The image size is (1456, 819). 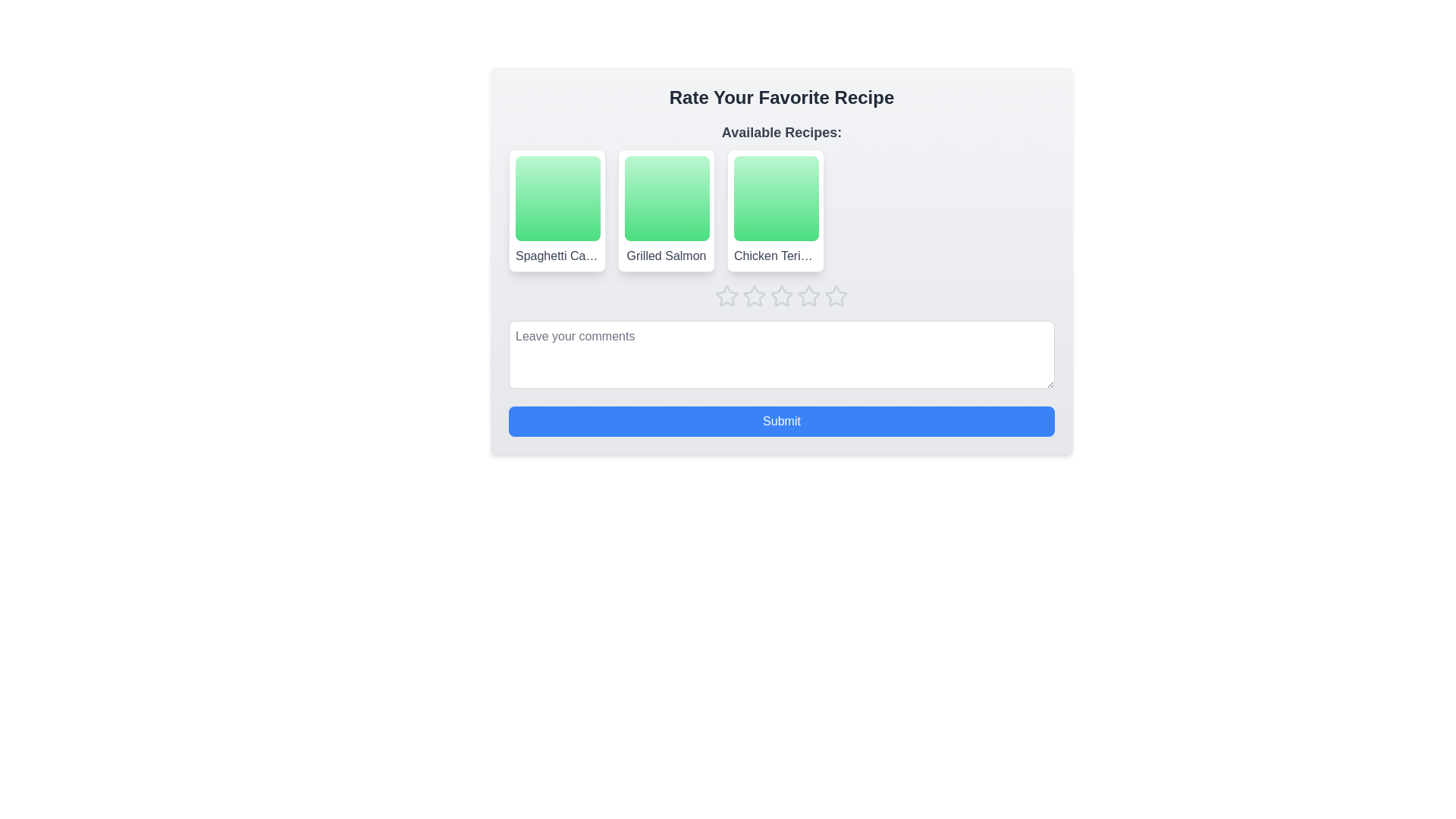 What do you see at coordinates (754, 296) in the screenshot?
I see `keyboard navigation` at bounding box center [754, 296].